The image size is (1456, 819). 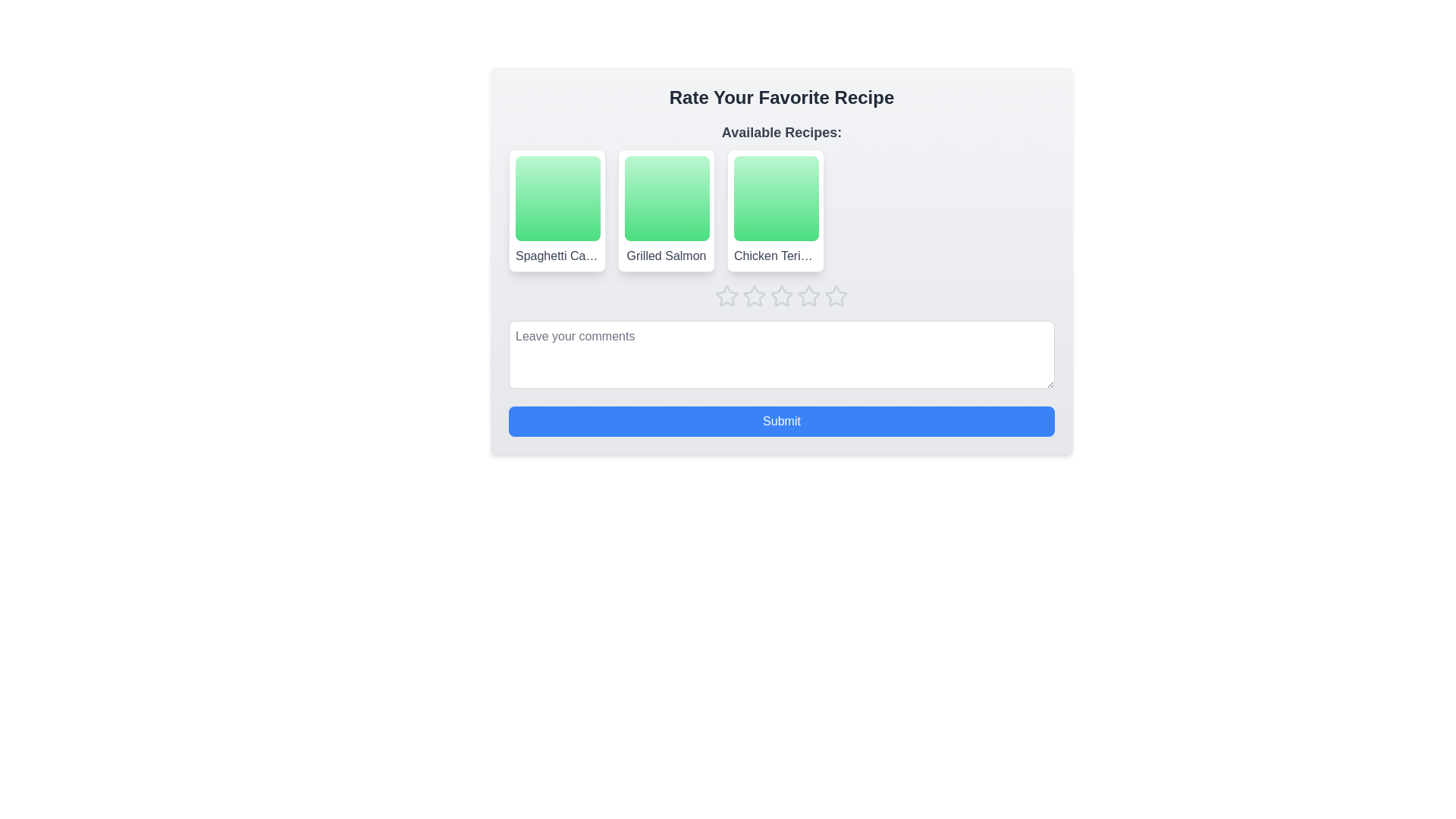 What do you see at coordinates (754, 296) in the screenshot?
I see `keyboard navigation` at bounding box center [754, 296].